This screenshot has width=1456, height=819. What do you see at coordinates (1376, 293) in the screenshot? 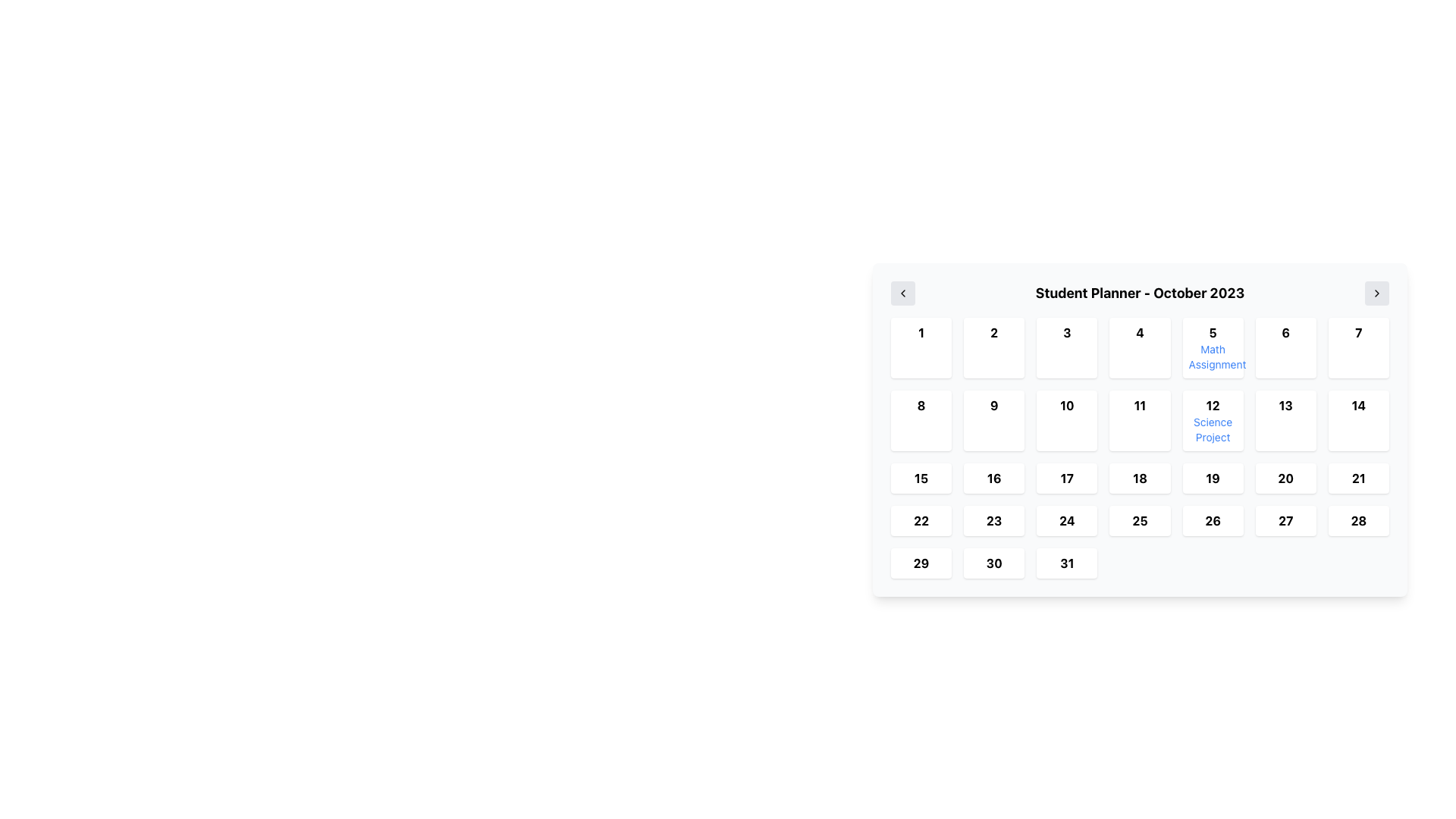
I see `the navigation button located in the top-right corner of the 'Student Planner - October 2023' component` at bounding box center [1376, 293].